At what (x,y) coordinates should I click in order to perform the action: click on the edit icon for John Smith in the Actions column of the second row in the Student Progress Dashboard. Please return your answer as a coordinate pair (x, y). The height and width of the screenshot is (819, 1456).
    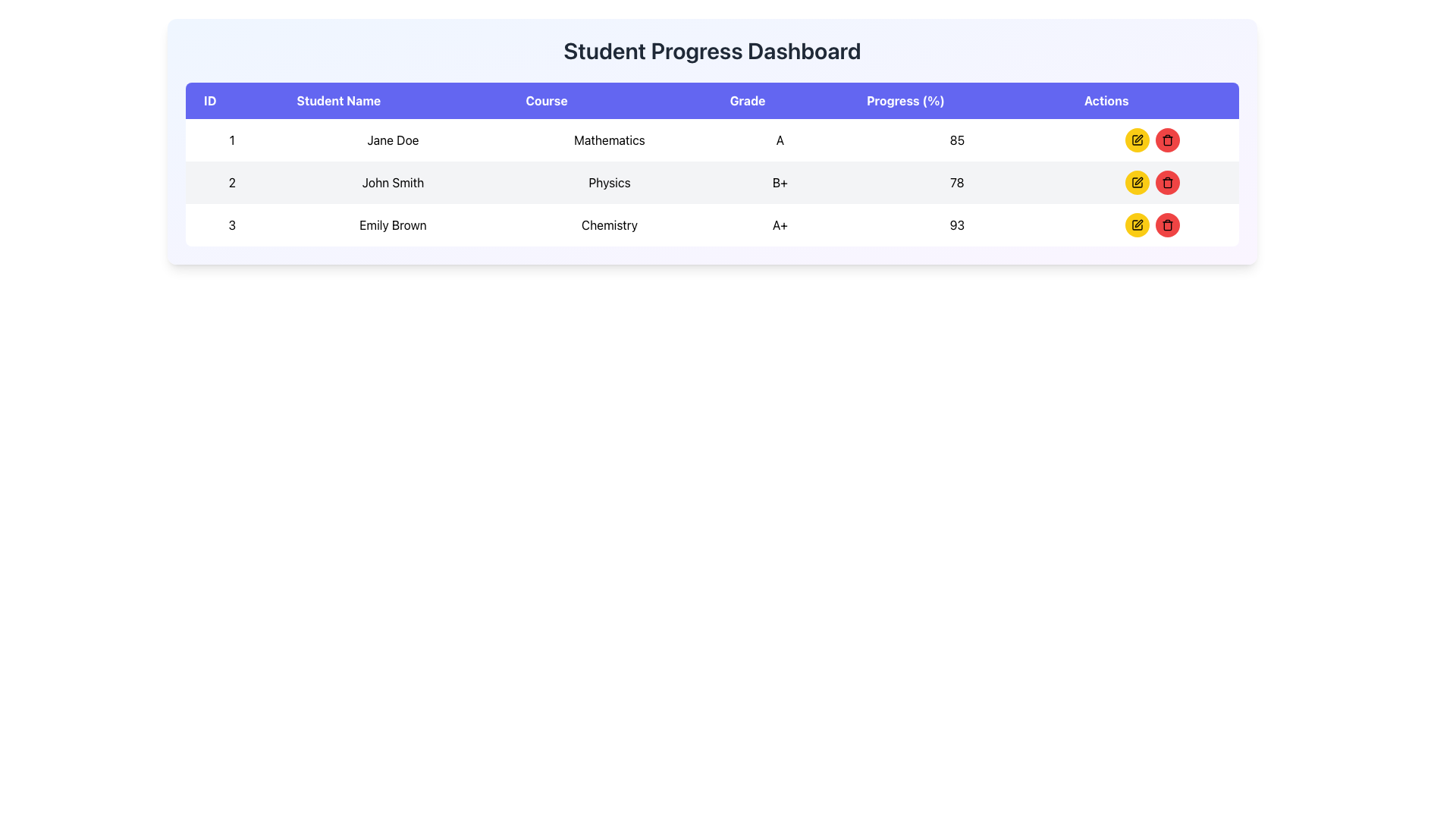
    Looking at the image, I should click on (1138, 180).